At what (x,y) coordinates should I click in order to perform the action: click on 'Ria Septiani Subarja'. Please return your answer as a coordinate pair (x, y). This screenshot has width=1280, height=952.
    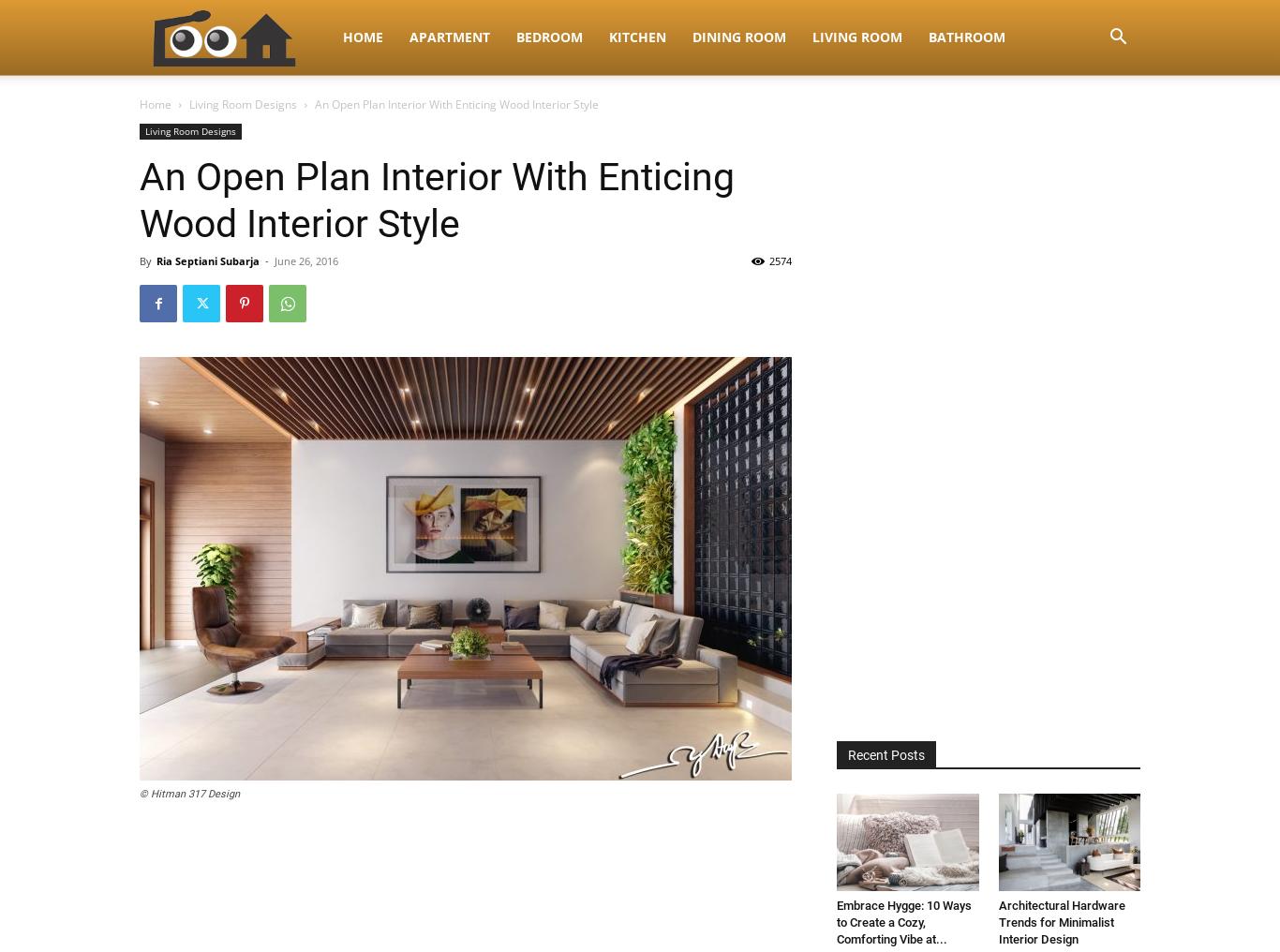
    Looking at the image, I should click on (206, 260).